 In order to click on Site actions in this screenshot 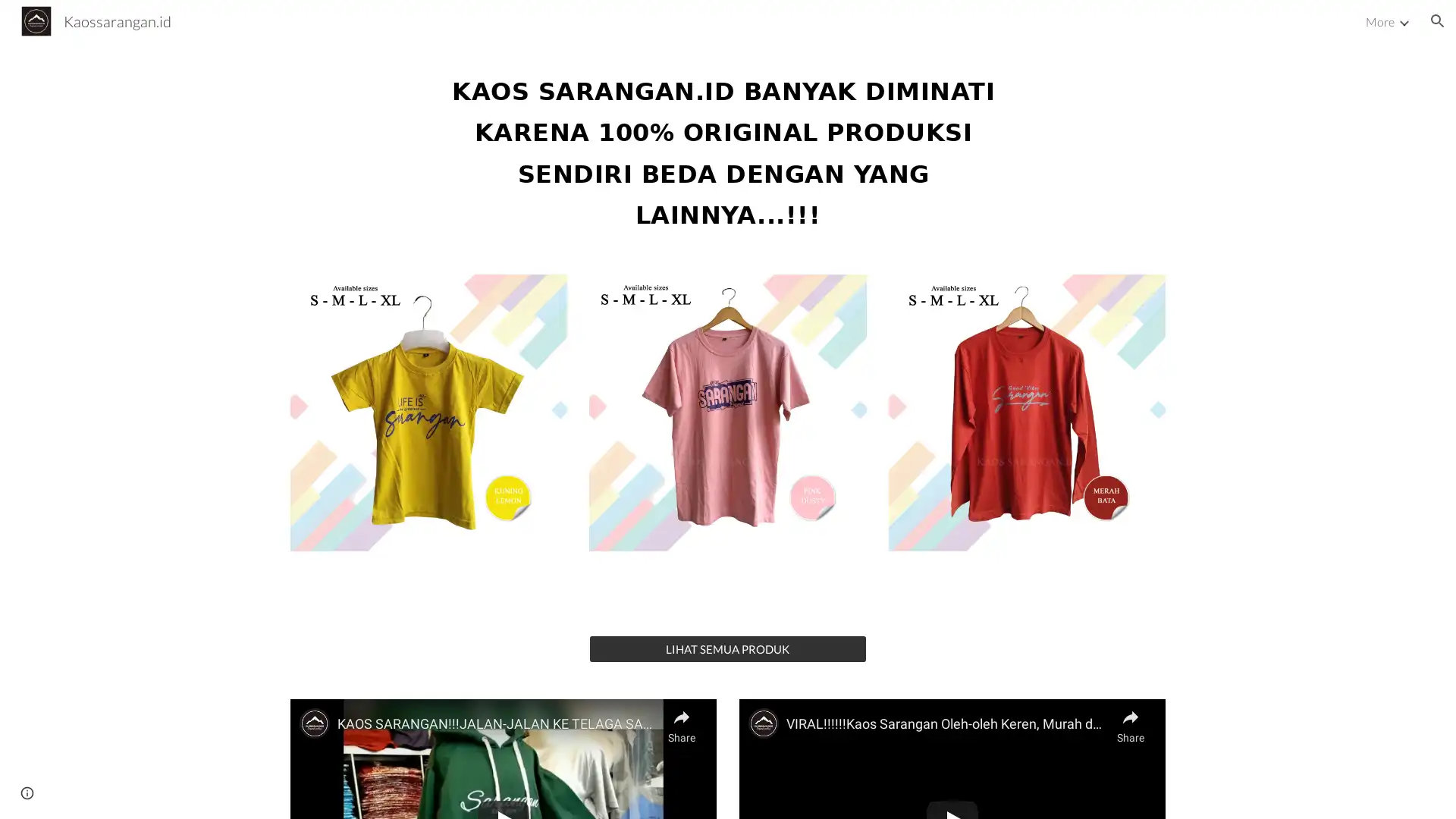, I will do `click(27, 792)`.